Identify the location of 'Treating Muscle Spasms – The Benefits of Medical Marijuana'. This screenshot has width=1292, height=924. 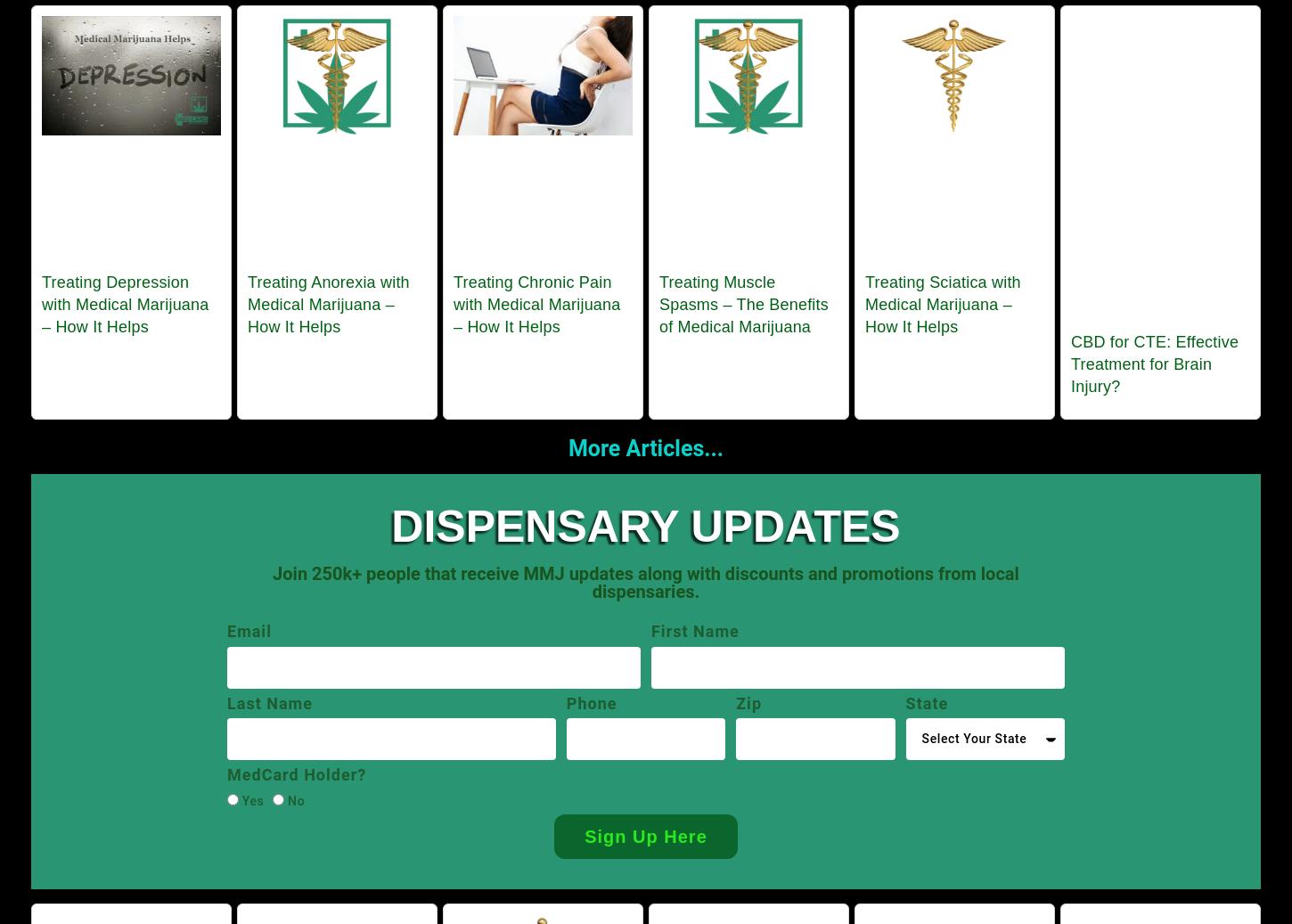
(743, 302).